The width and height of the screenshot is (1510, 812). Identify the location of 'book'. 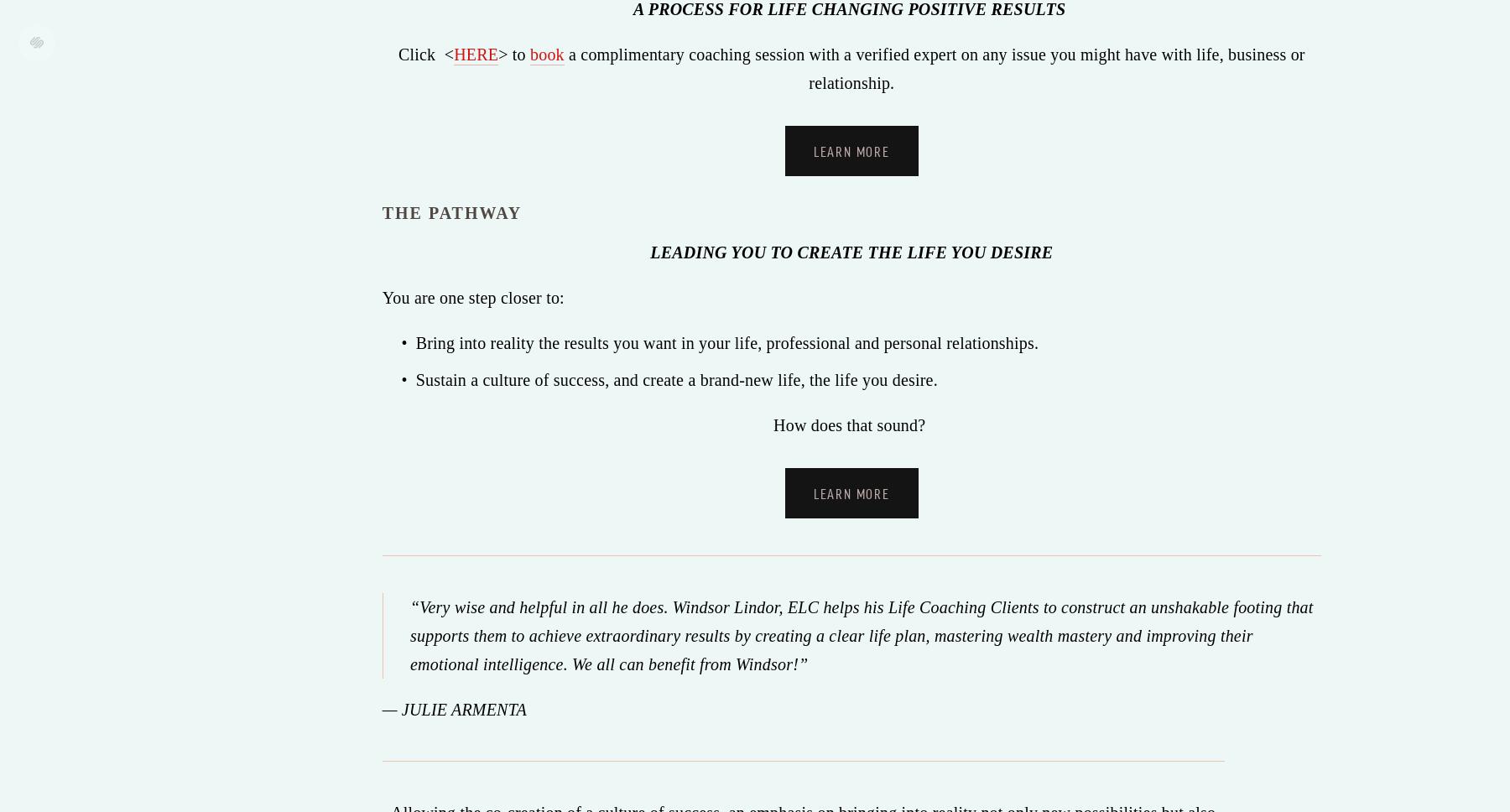
(529, 52).